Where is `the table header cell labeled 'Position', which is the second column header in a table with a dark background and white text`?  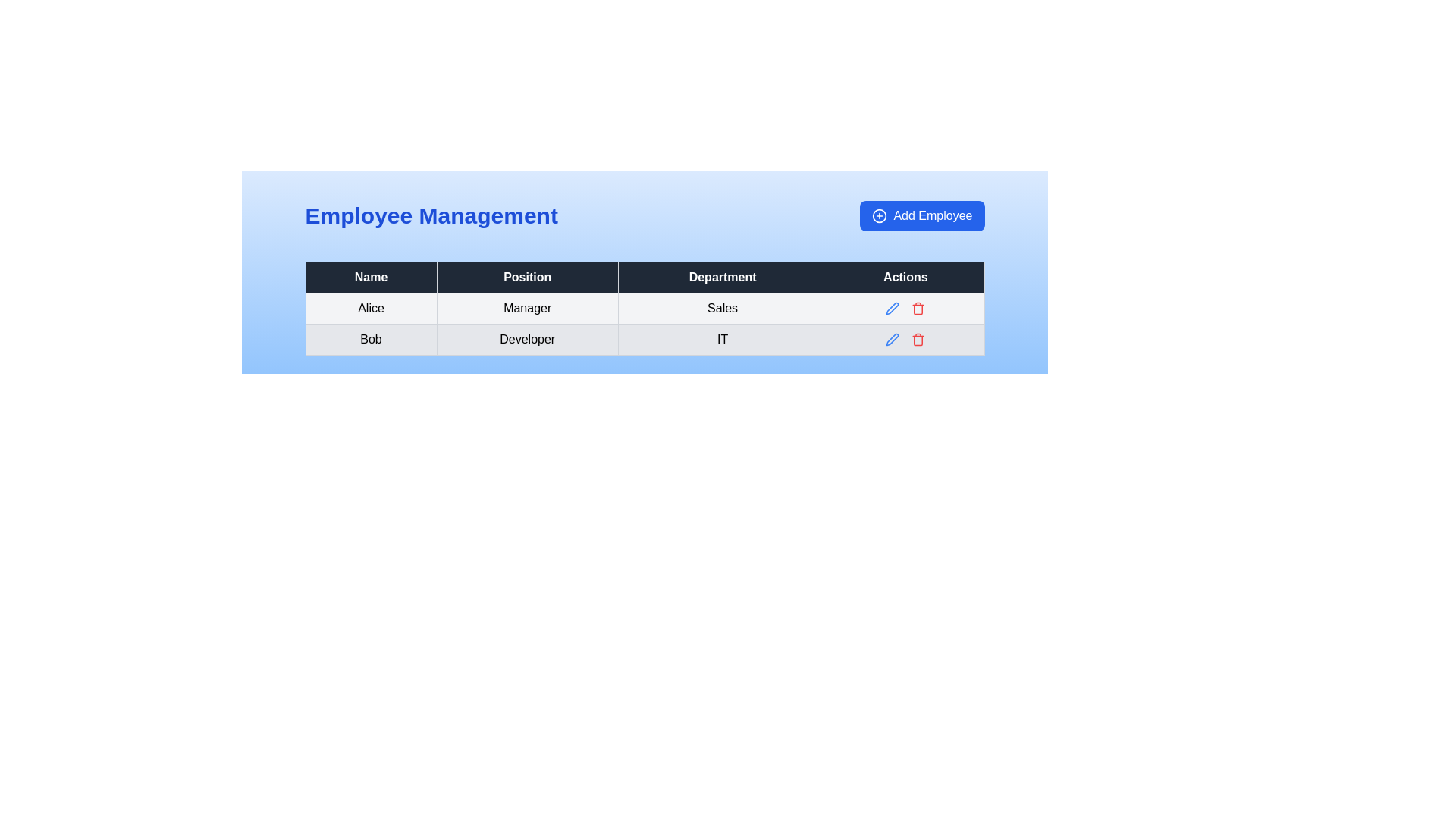
the table header cell labeled 'Position', which is the second column header in a table with a dark background and white text is located at coordinates (527, 278).